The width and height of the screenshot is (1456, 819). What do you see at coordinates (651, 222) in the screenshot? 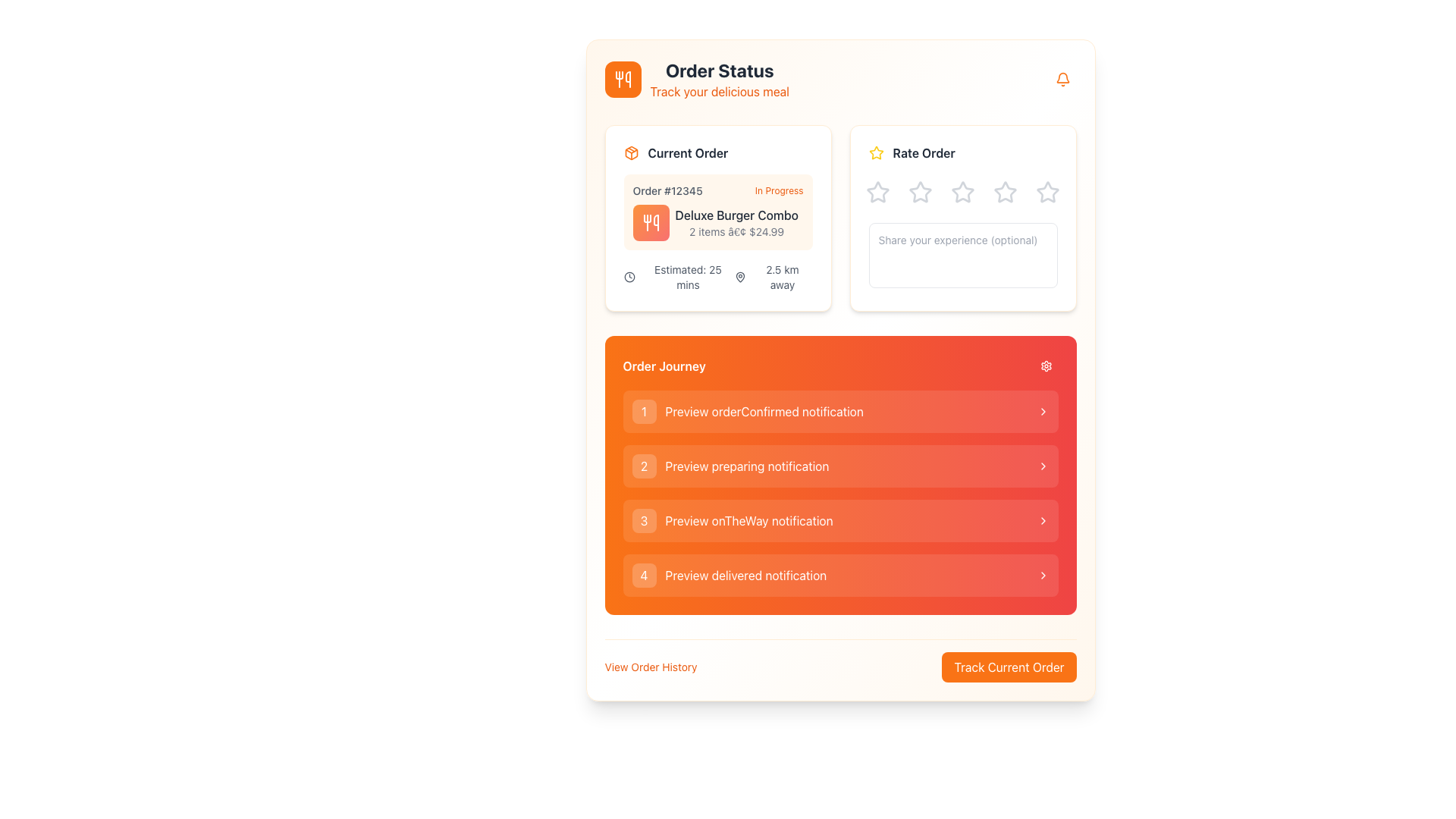
I see `the decorative icon representing the 'Order Status' section, which is located in the upper-left corner of the interface` at bounding box center [651, 222].